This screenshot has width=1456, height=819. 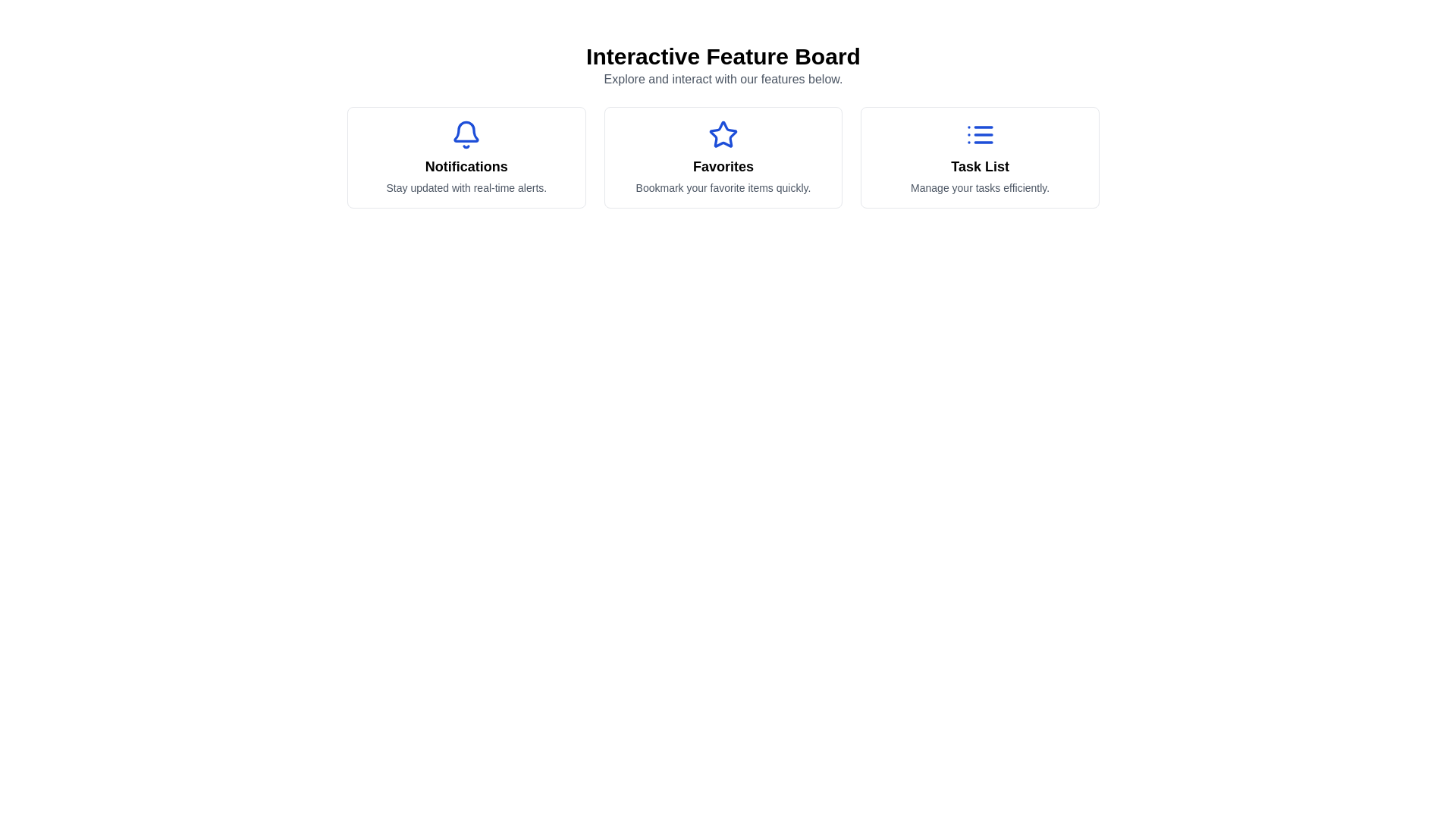 I want to click on the notifications icon located above the text 'Notifications' and 'Stay updated with real-time alerts.', so click(x=466, y=133).